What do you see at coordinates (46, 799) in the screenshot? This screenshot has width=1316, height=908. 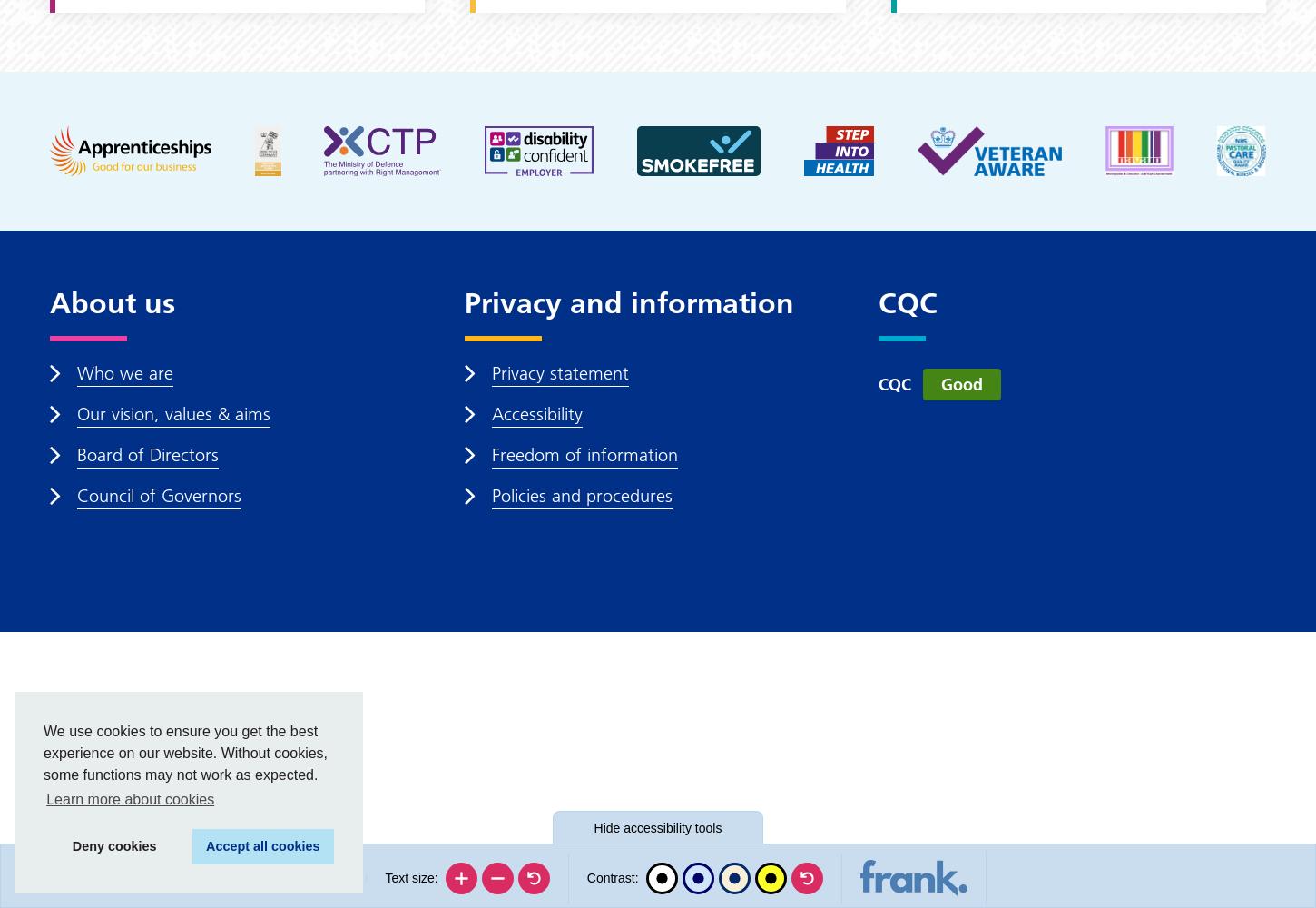 I see `'Learn more about cookies'` at bounding box center [46, 799].